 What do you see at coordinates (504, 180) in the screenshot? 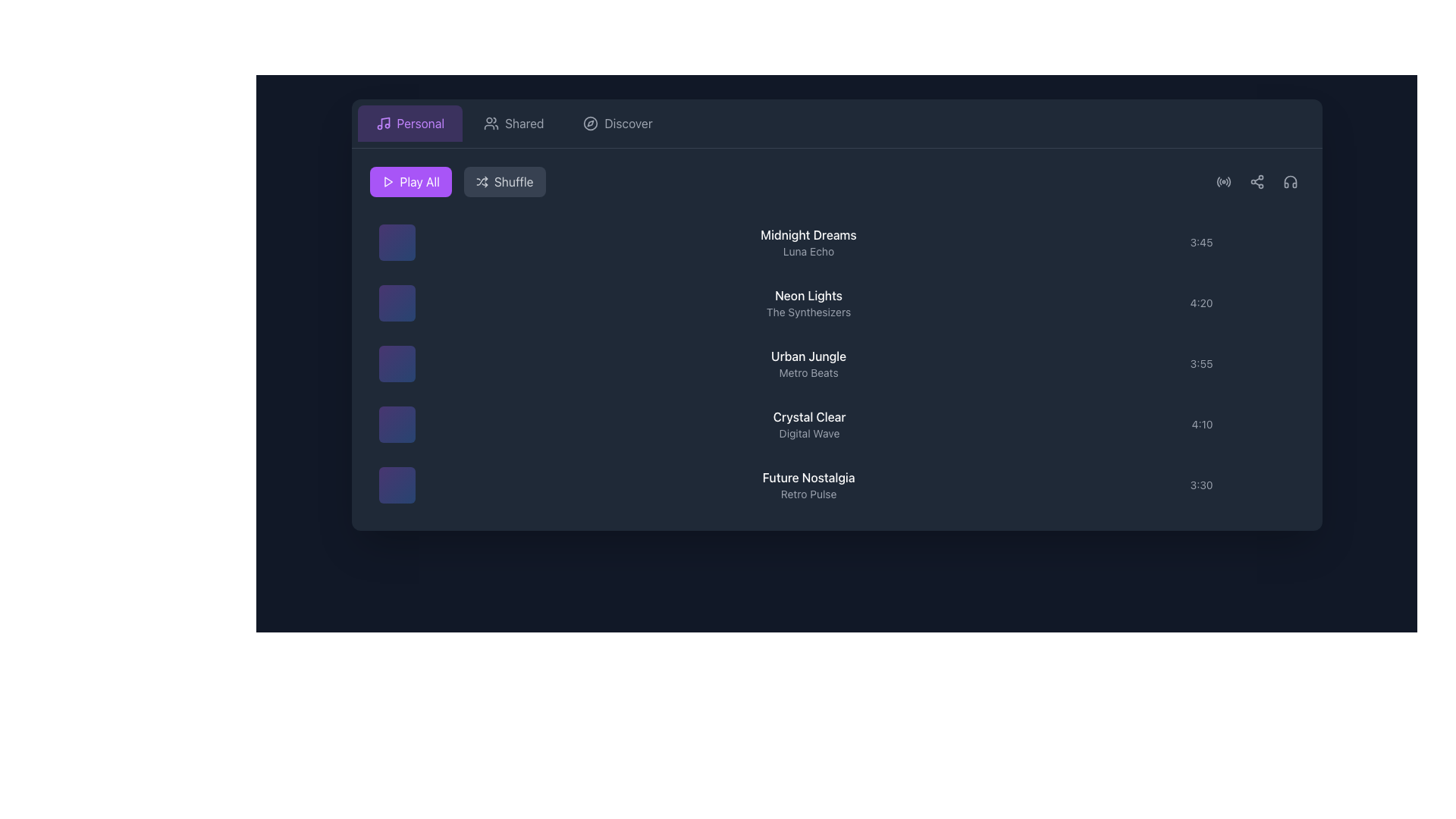
I see `the 'Shuffle' button, which is a rectangular button with a dark gray background and labeled 'Shuffle' with an icon of arrows crossing each other` at bounding box center [504, 180].